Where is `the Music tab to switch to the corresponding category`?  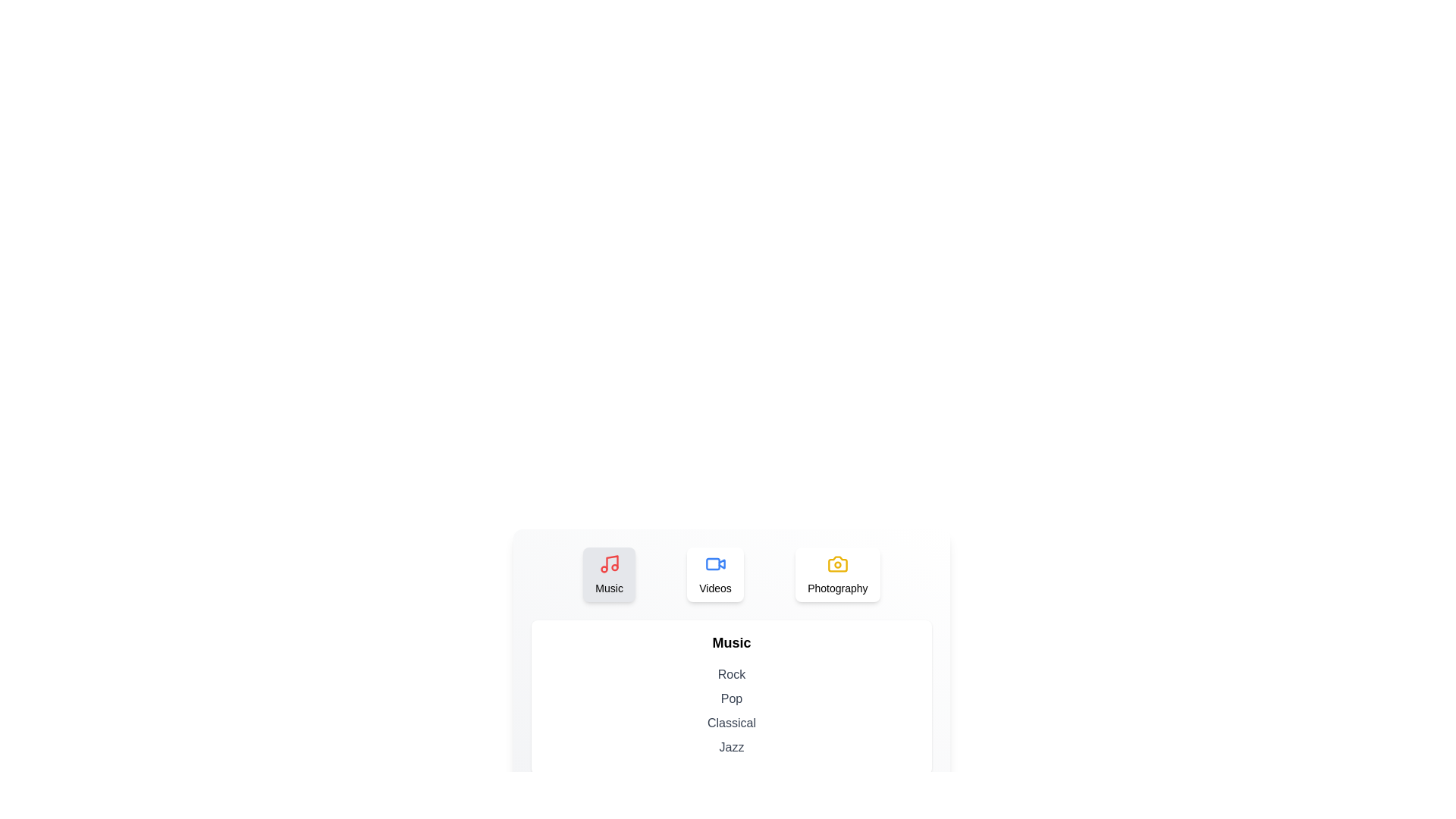 the Music tab to switch to the corresponding category is located at coordinates (609, 575).